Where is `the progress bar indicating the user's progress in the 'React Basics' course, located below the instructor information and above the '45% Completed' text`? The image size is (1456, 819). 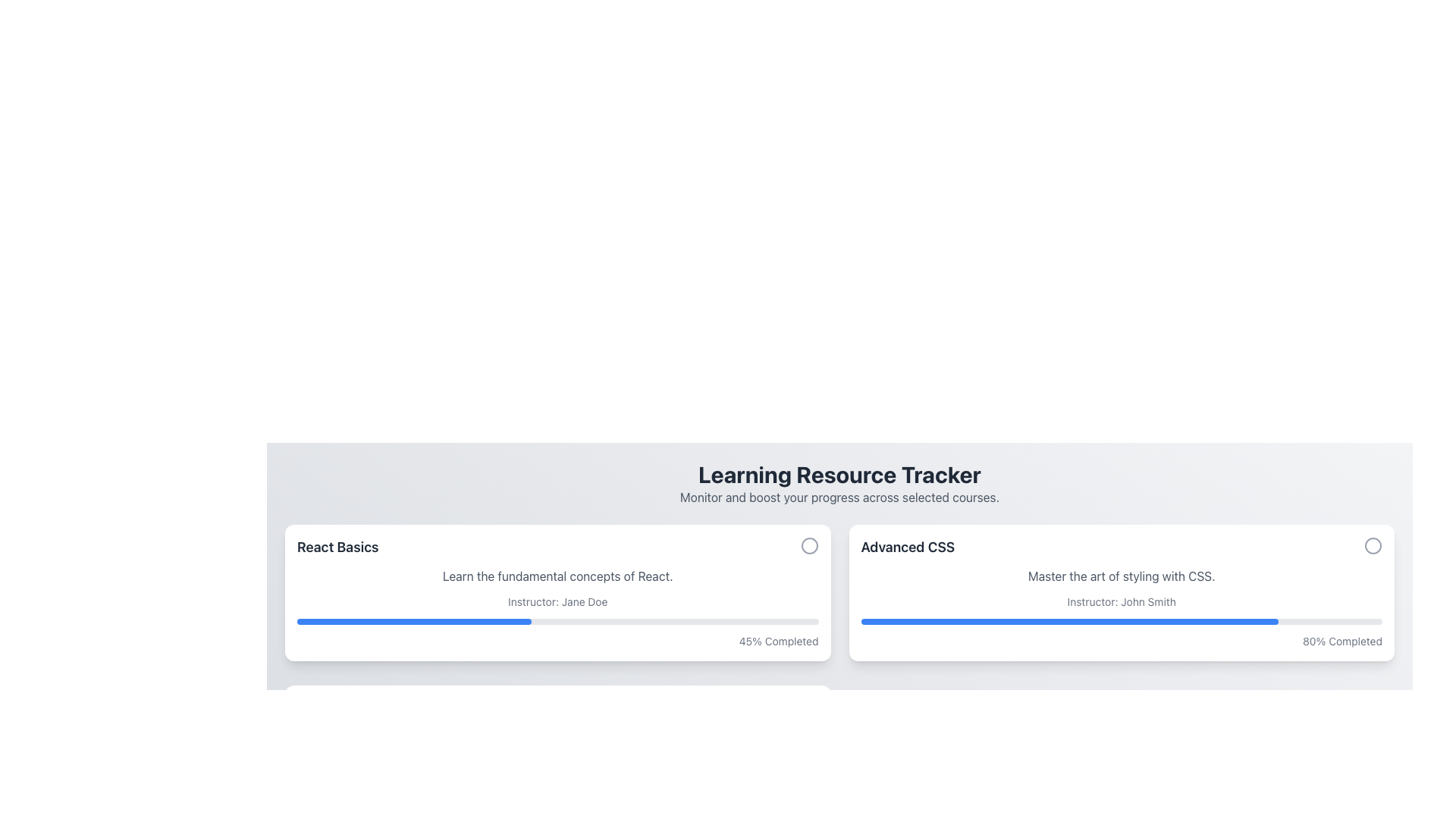 the progress bar indicating the user's progress in the 'React Basics' course, located below the instructor information and above the '45% Completed' text is located at coordinates (557, 622).